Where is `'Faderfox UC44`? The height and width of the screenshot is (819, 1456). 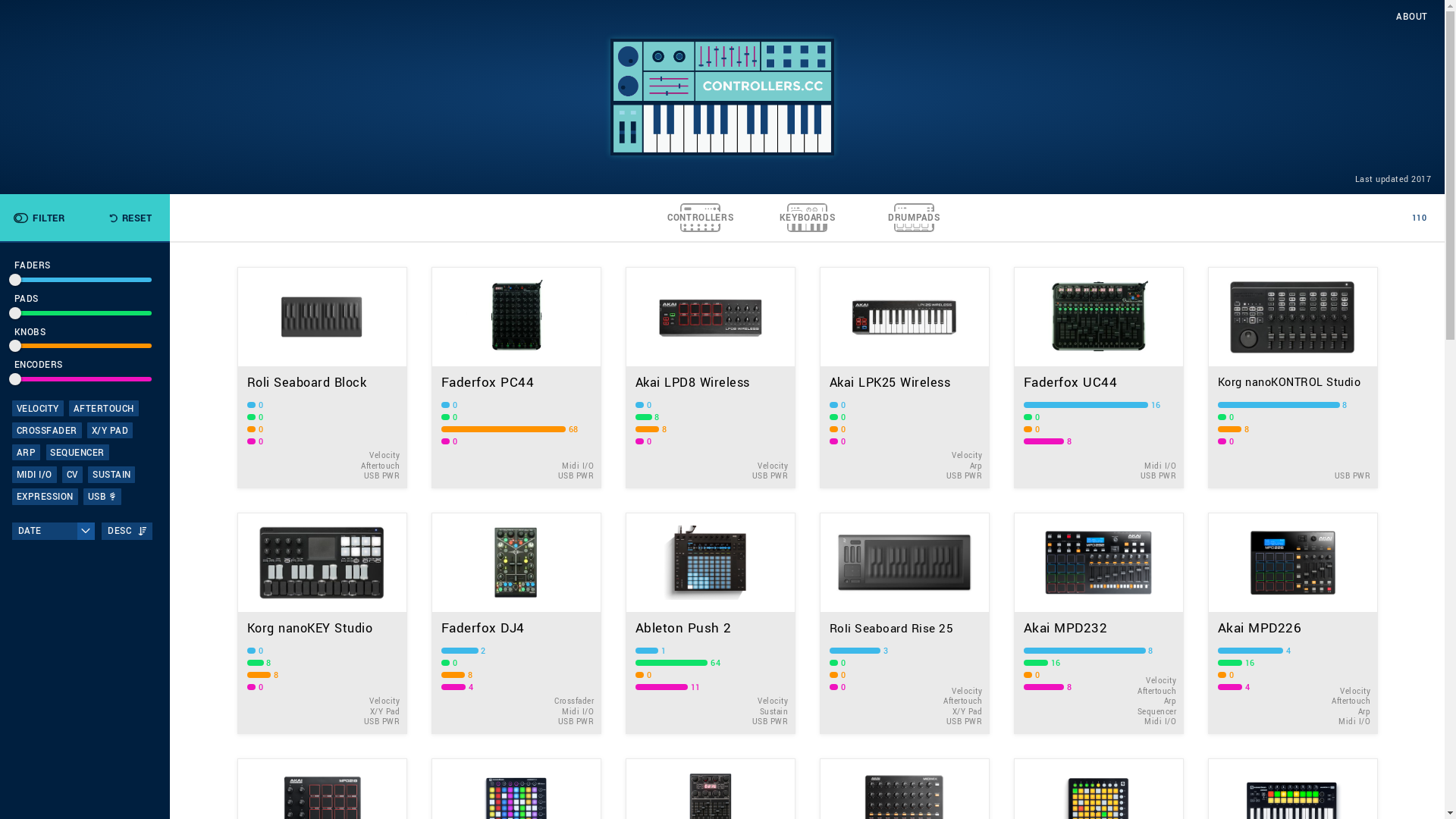
'Faderfox UC44 is located at coordinates (1012, 376).